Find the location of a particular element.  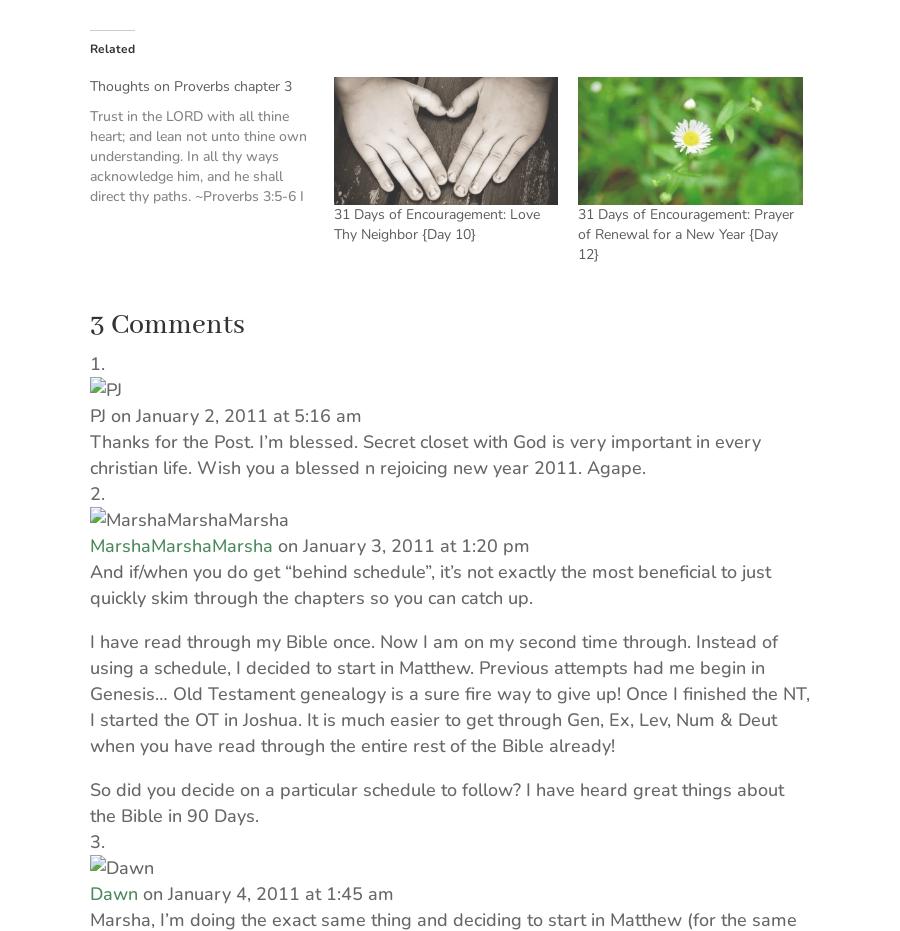

'I have read through my Bible once. Now I am on my second time through. Instead of using a schedule, I decided to start in Matthew. Previous attempts had me begin in Genesis… Old Testament genealogy is a sure fire way to give up! Once I finished the NT, I started the OT in Joshua. It is much easier to get through Gen, Ex, Lev, Num & Deut when you have read through the entire rest of the Bible already!' is located at coordinates (450, 692).